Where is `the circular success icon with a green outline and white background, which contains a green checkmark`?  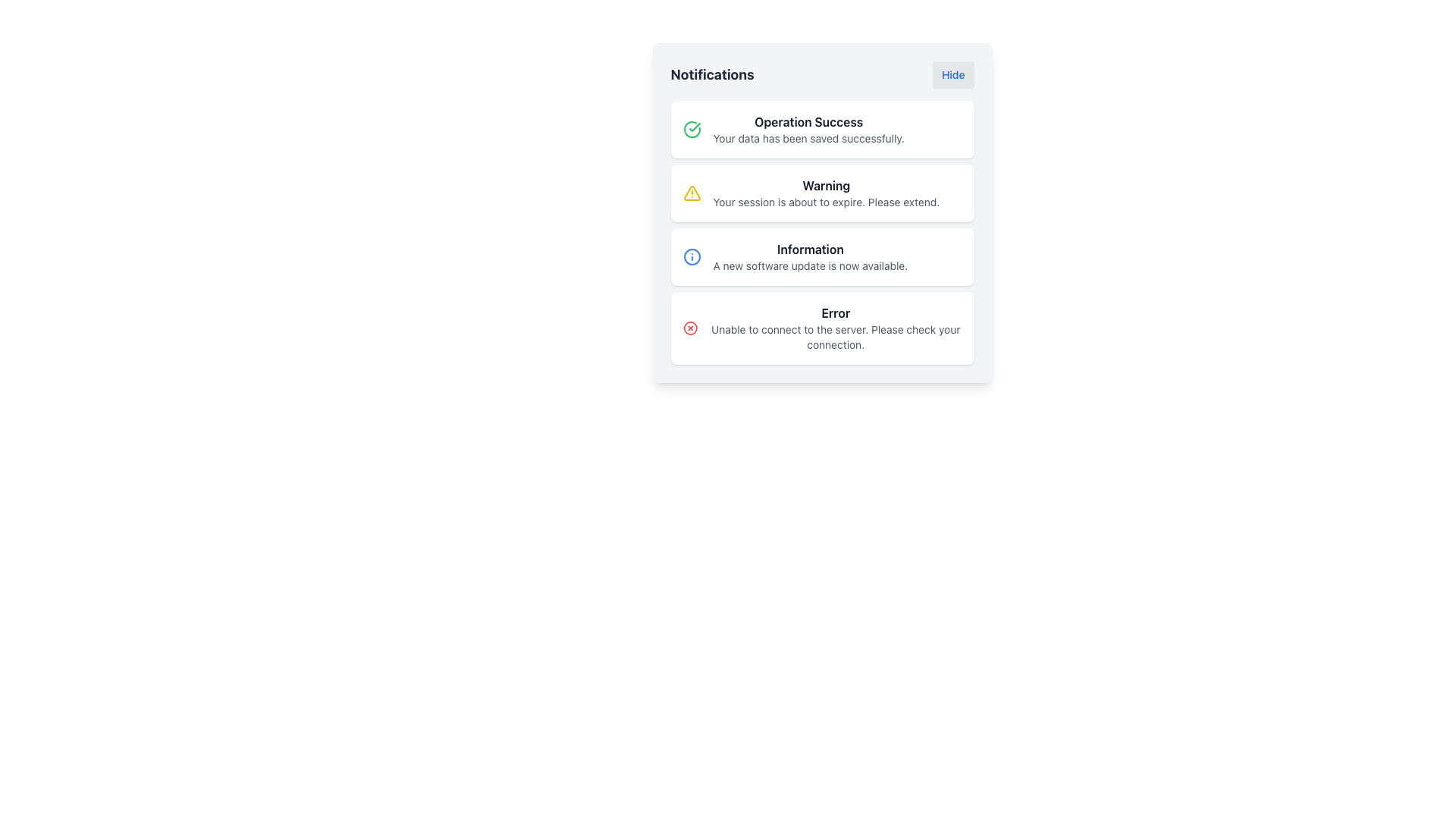 the circular success icon with a green outline and white background, which contains a green checkmark is located at coordinates (691, 128).